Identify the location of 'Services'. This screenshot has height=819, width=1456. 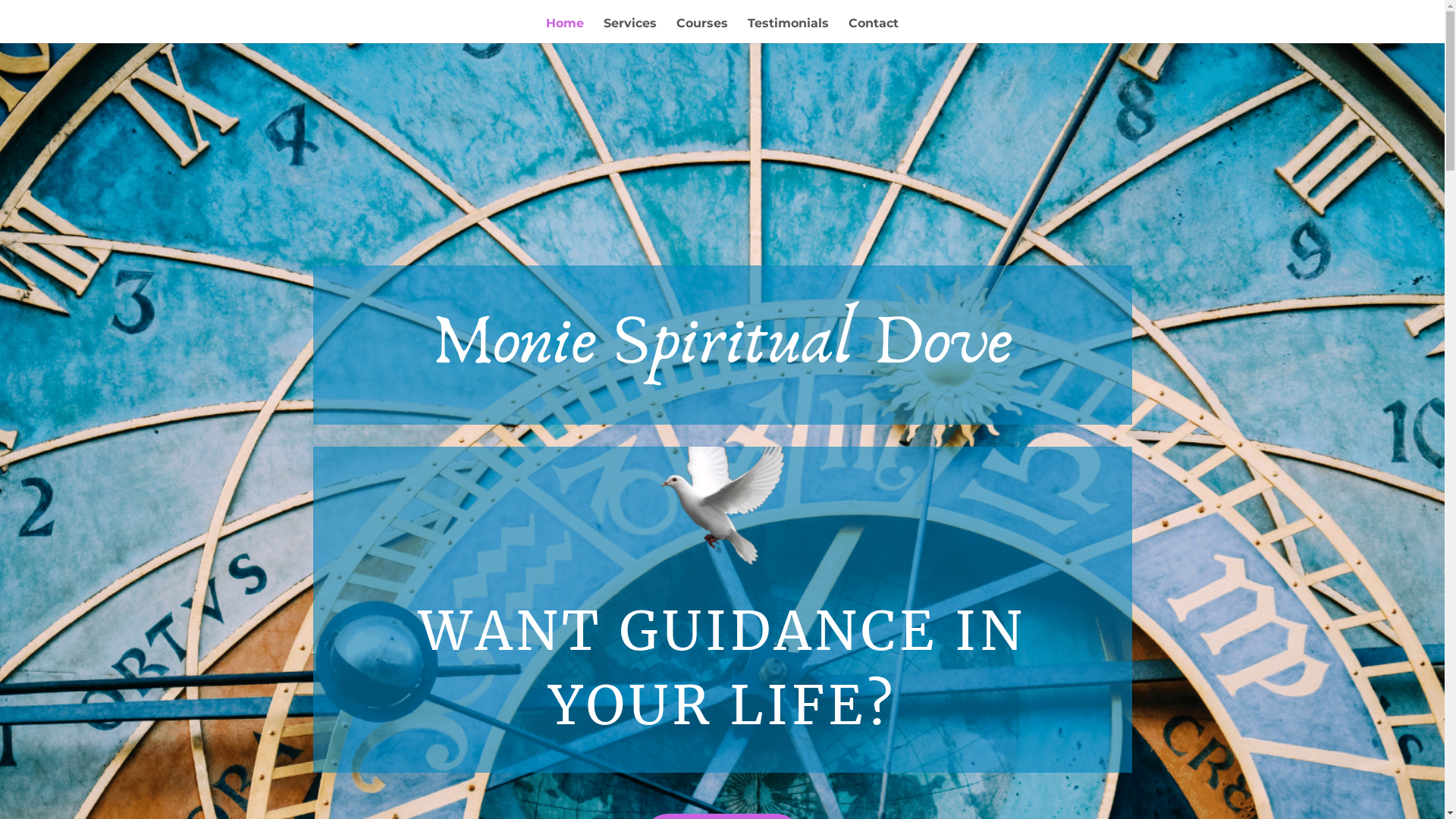
(629, 30).